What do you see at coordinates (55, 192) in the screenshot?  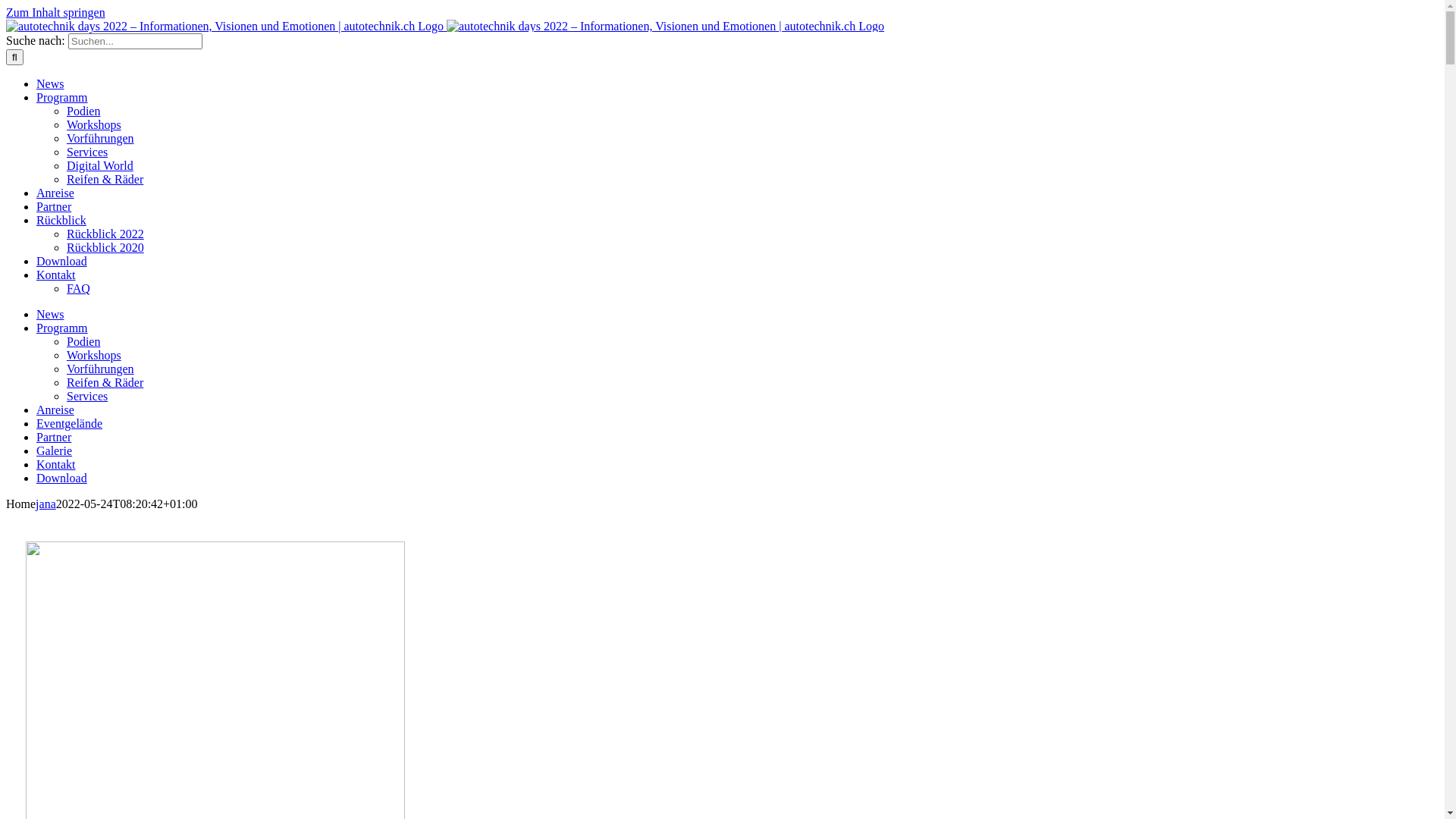 I see `'Anreise'` at bounding box center [55, 192].